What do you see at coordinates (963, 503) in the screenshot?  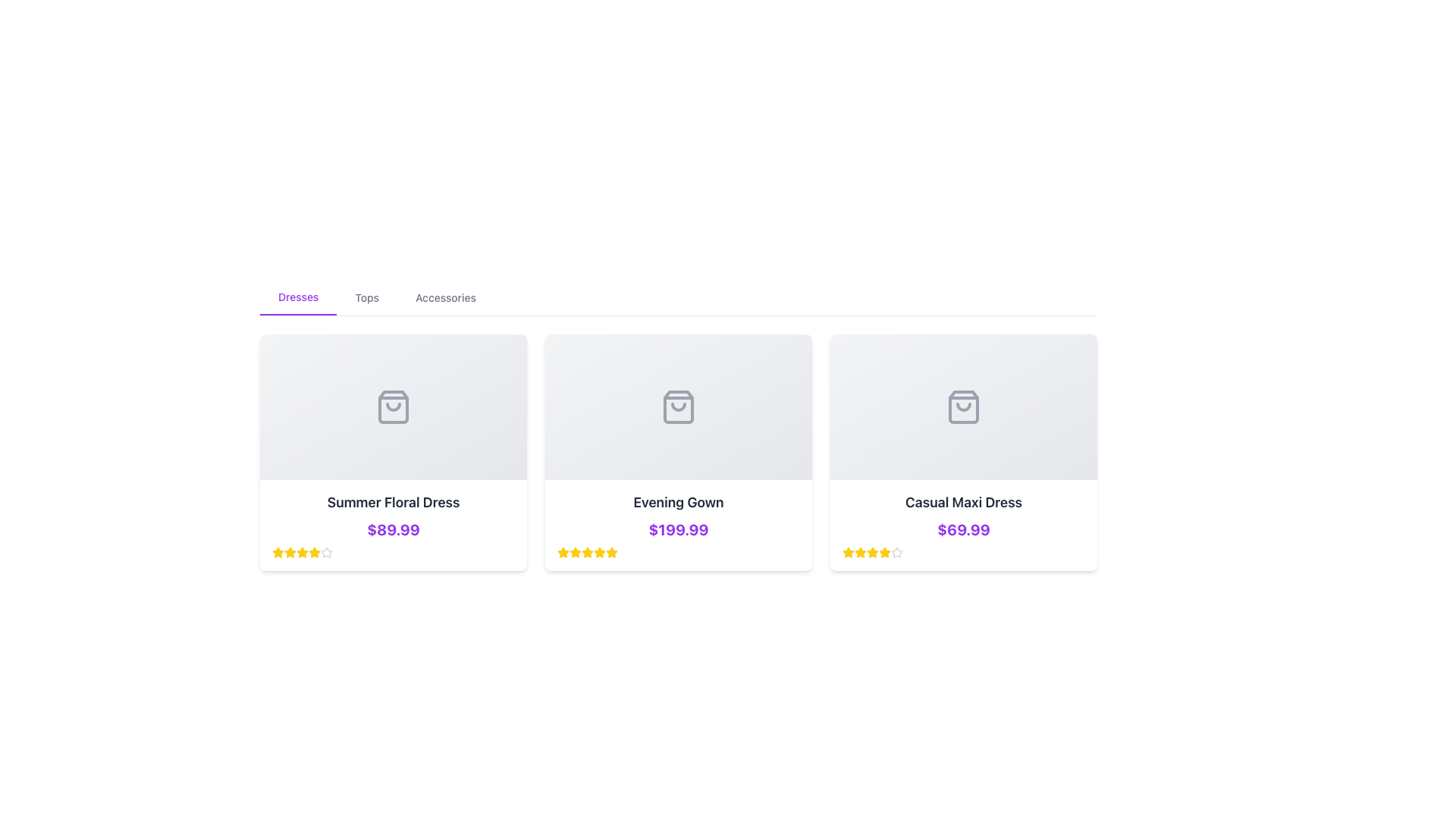 I see `the header label 'Casual Maxi Dress' to potentially trigger additional information` at bounding box center [963, 503].